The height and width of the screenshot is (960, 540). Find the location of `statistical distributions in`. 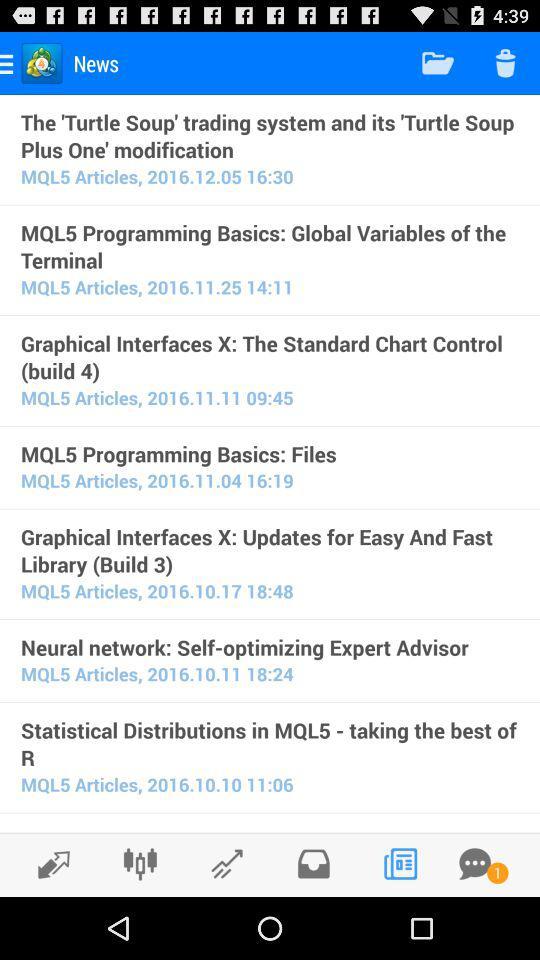

statistical distributions in is located at coordinates (270, 743).